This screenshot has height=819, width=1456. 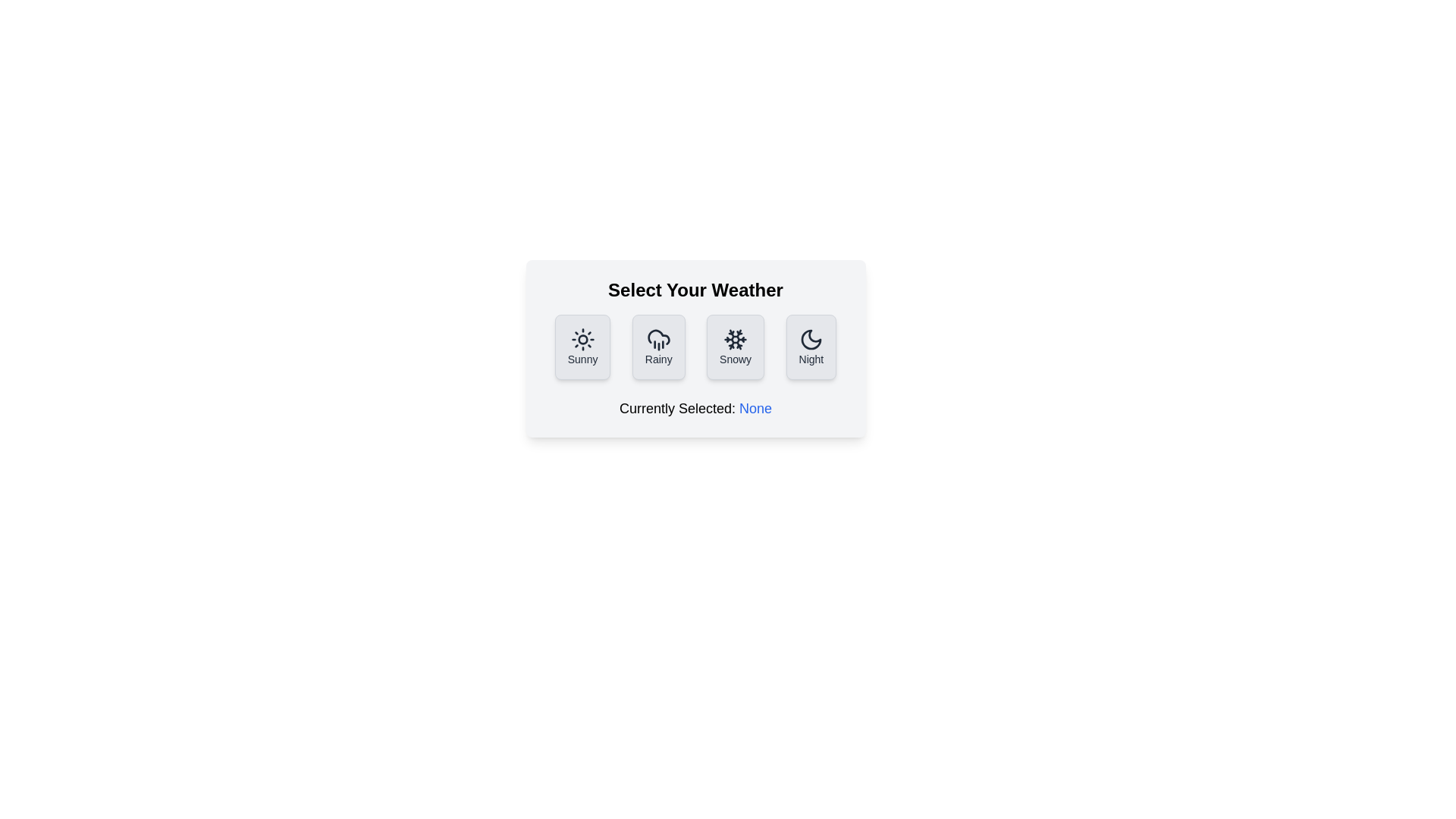 I want to click on the blue text label reading 'None' within the sentence 'Currently Selected: None' located at the bottom of the weather selection panel, so click(x=755, y=408).